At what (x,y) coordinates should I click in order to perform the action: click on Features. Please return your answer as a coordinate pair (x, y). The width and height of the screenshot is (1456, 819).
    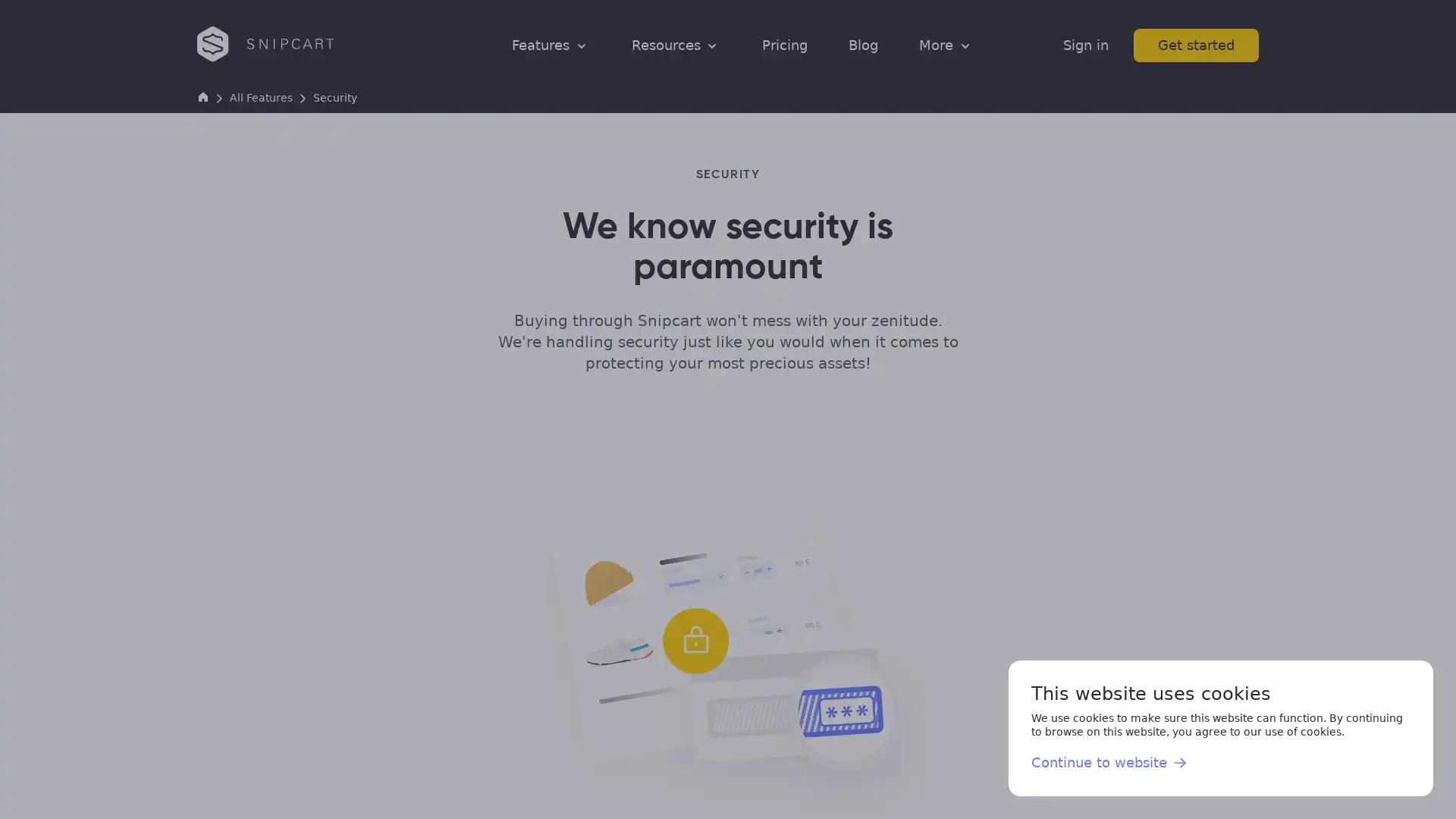
    Looking at the image, I should click on (550, 44).